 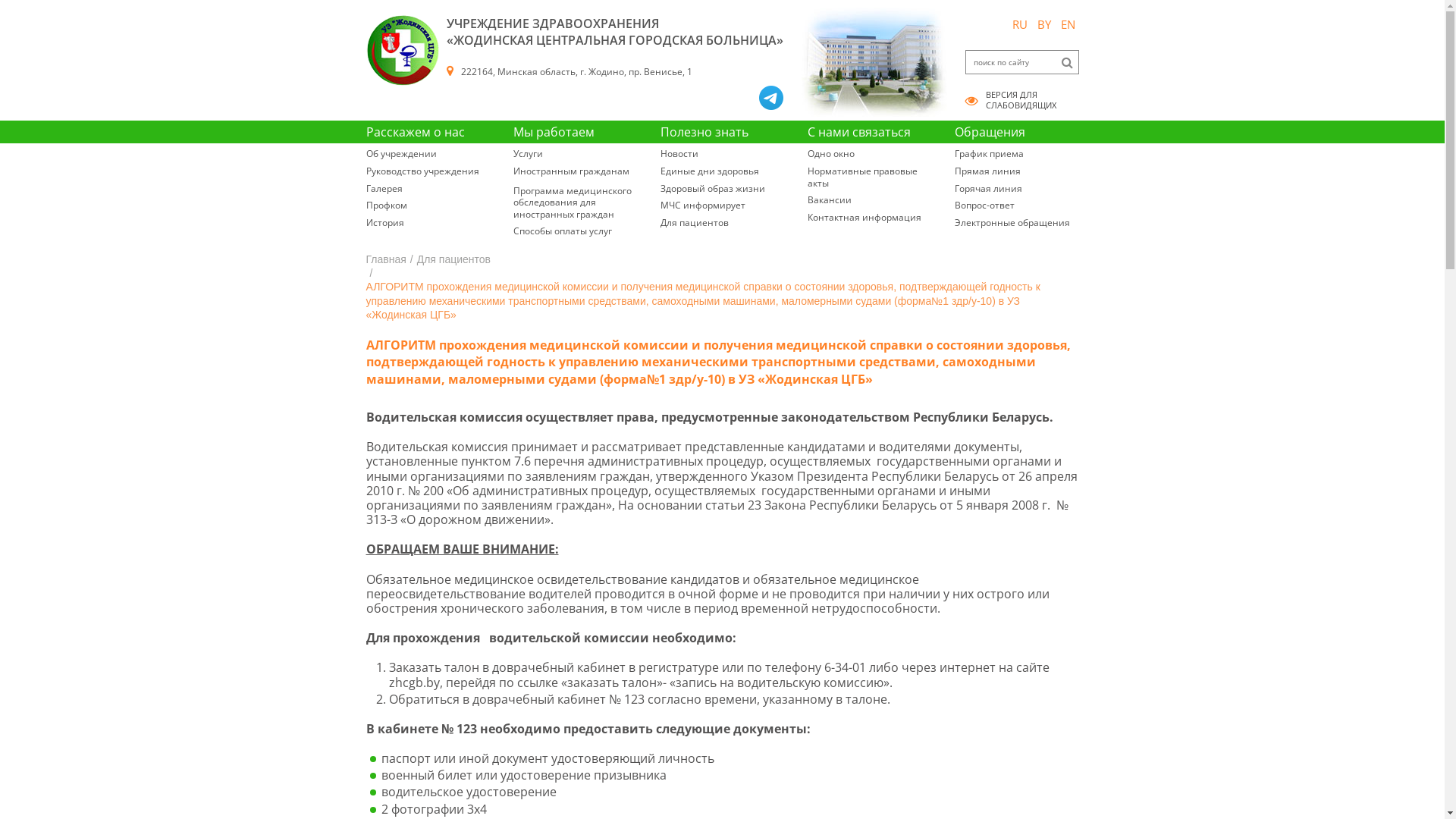 What do you see at coordinates (1067, 24) in the screenshot?
I see `'EN'` at bounding box center [1067, 24].